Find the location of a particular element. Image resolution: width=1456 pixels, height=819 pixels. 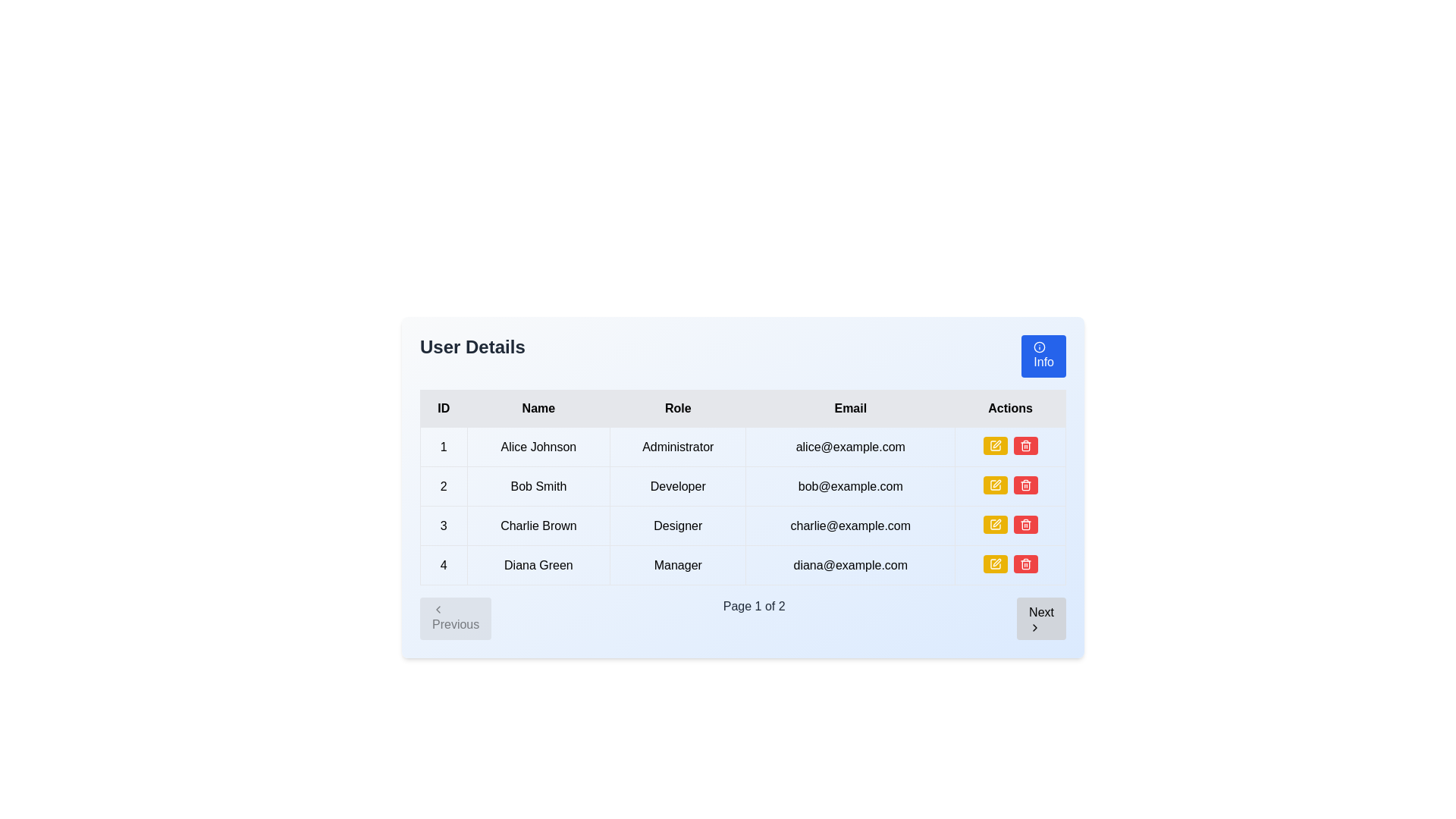

the row in the data table identified by the 'ID' column in the third row for related actions is located at coordinates (443, 525).